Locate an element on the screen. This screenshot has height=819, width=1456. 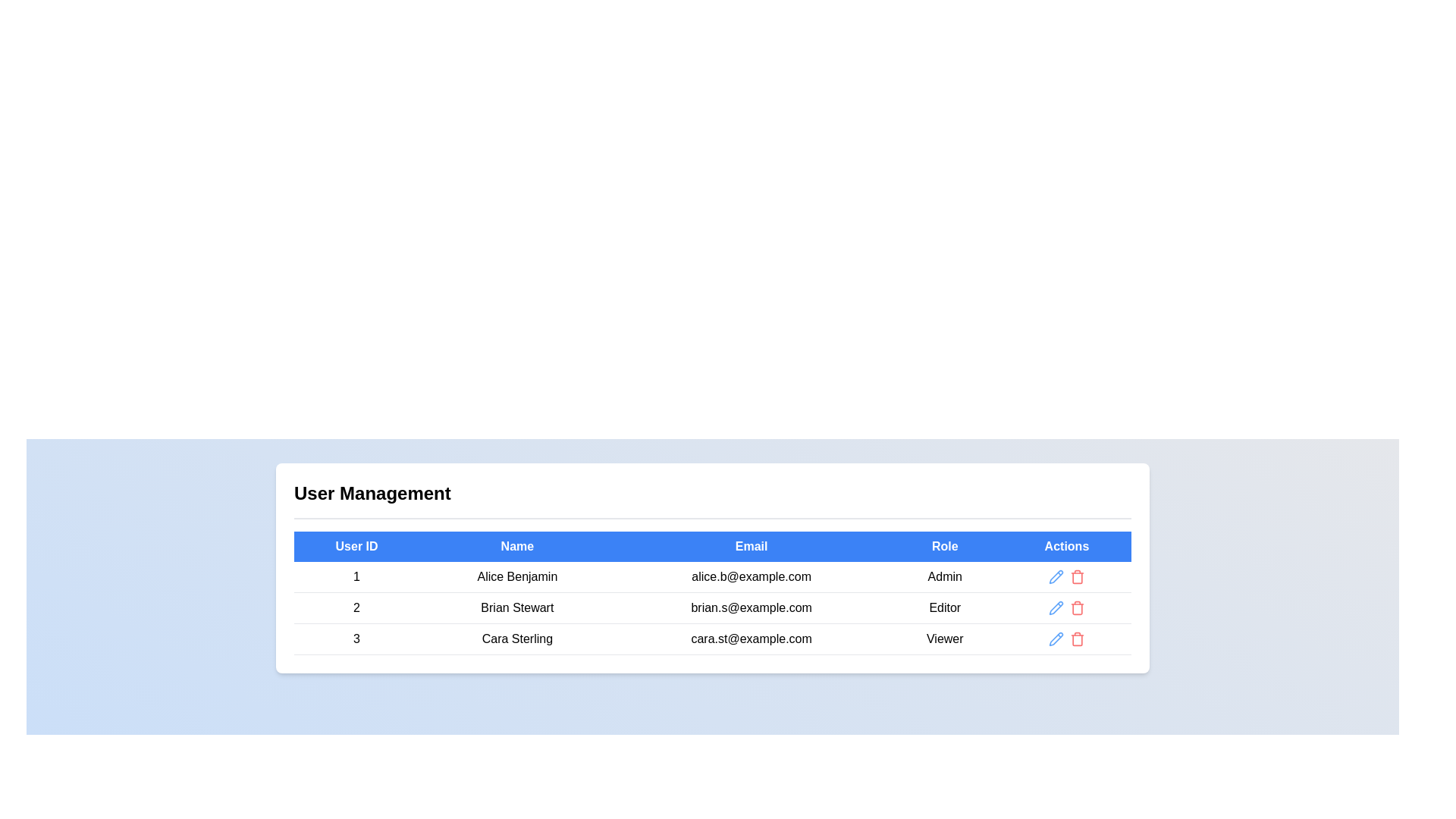
the pencil icon in the Actions column of the user table to initiate editing operations is located at coordinates (1055, 576).